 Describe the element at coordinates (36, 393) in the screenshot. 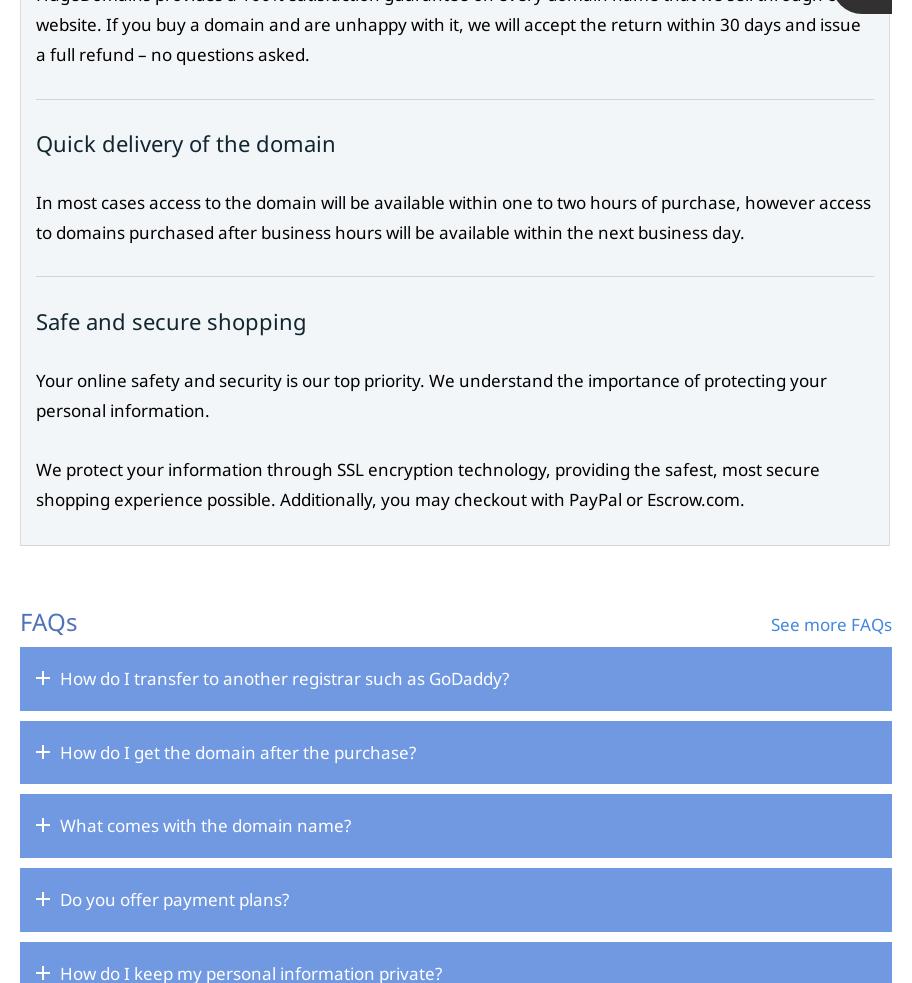

I see `'Your online safety and security is our top priority. We understand the importance of protecting your personal information.'` at that location.